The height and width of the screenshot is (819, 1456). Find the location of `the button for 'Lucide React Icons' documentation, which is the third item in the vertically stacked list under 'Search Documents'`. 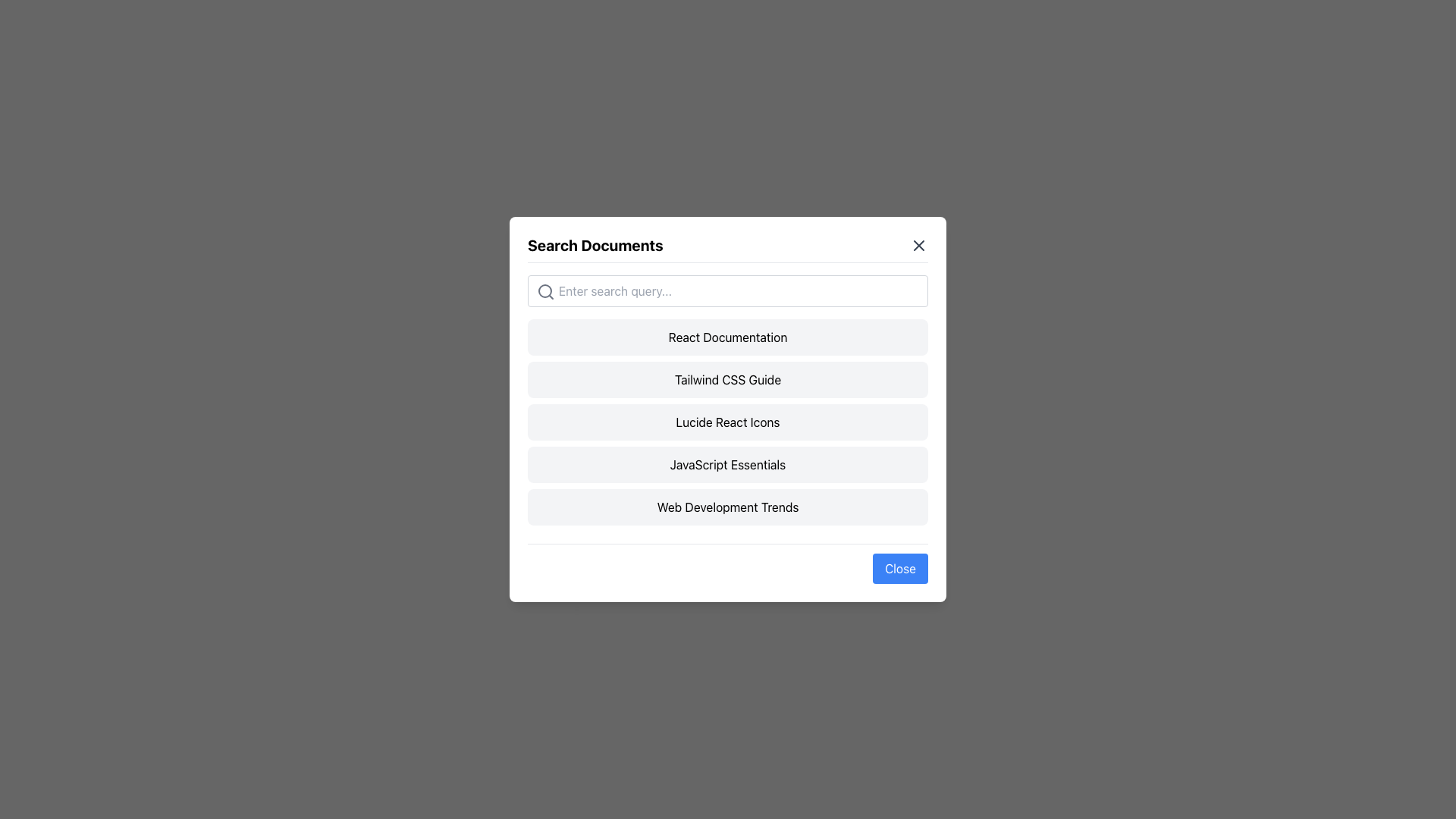

the button for 'Lucide React Icons' documentation, which is the third item in the vertically stacked list under 'Search Documents' is located at coordinates (728, 422).